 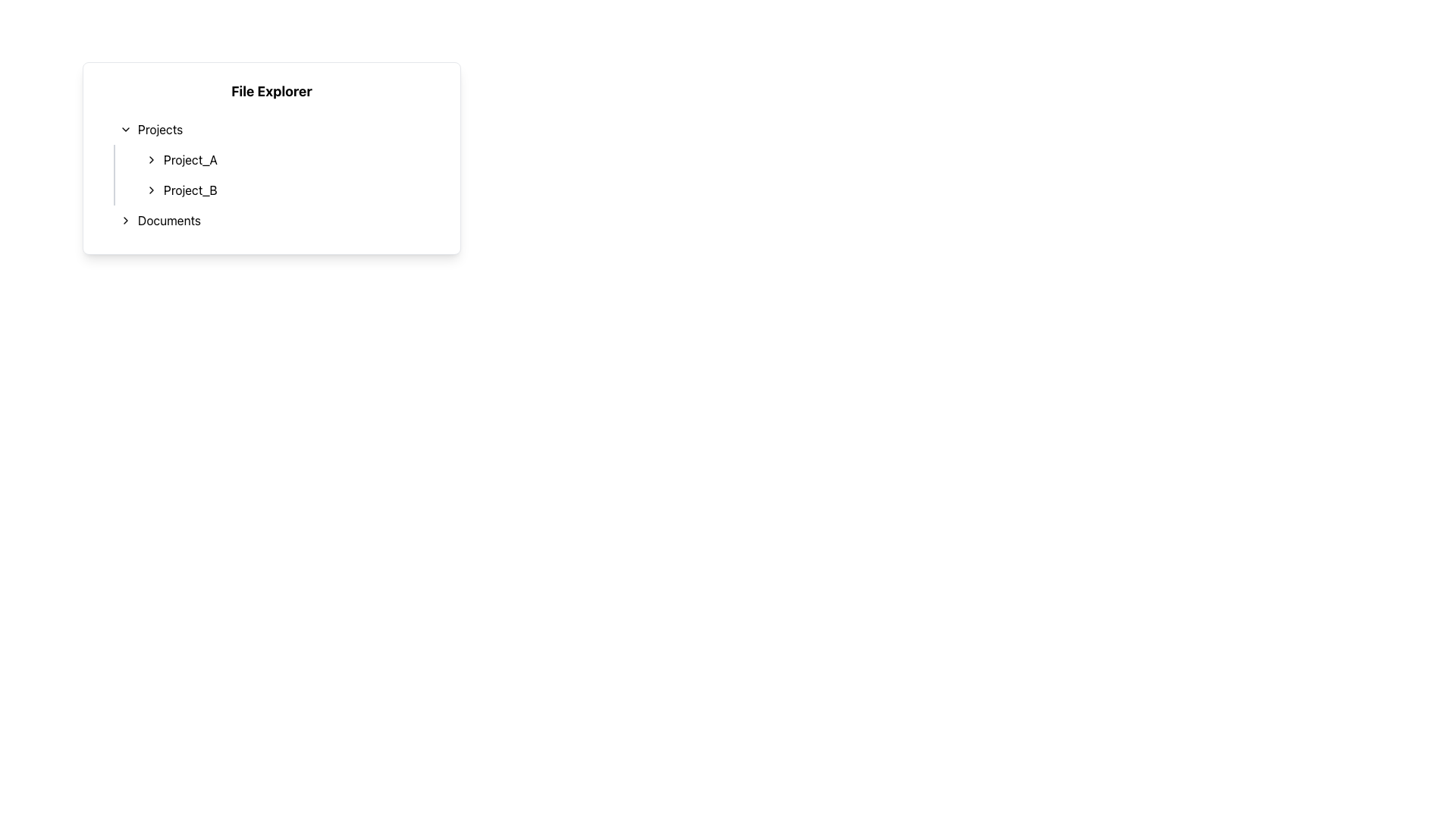 I want to click on the third item in the hierarchical navigation menu labeled 'Documents', so click(x=169, y=220).